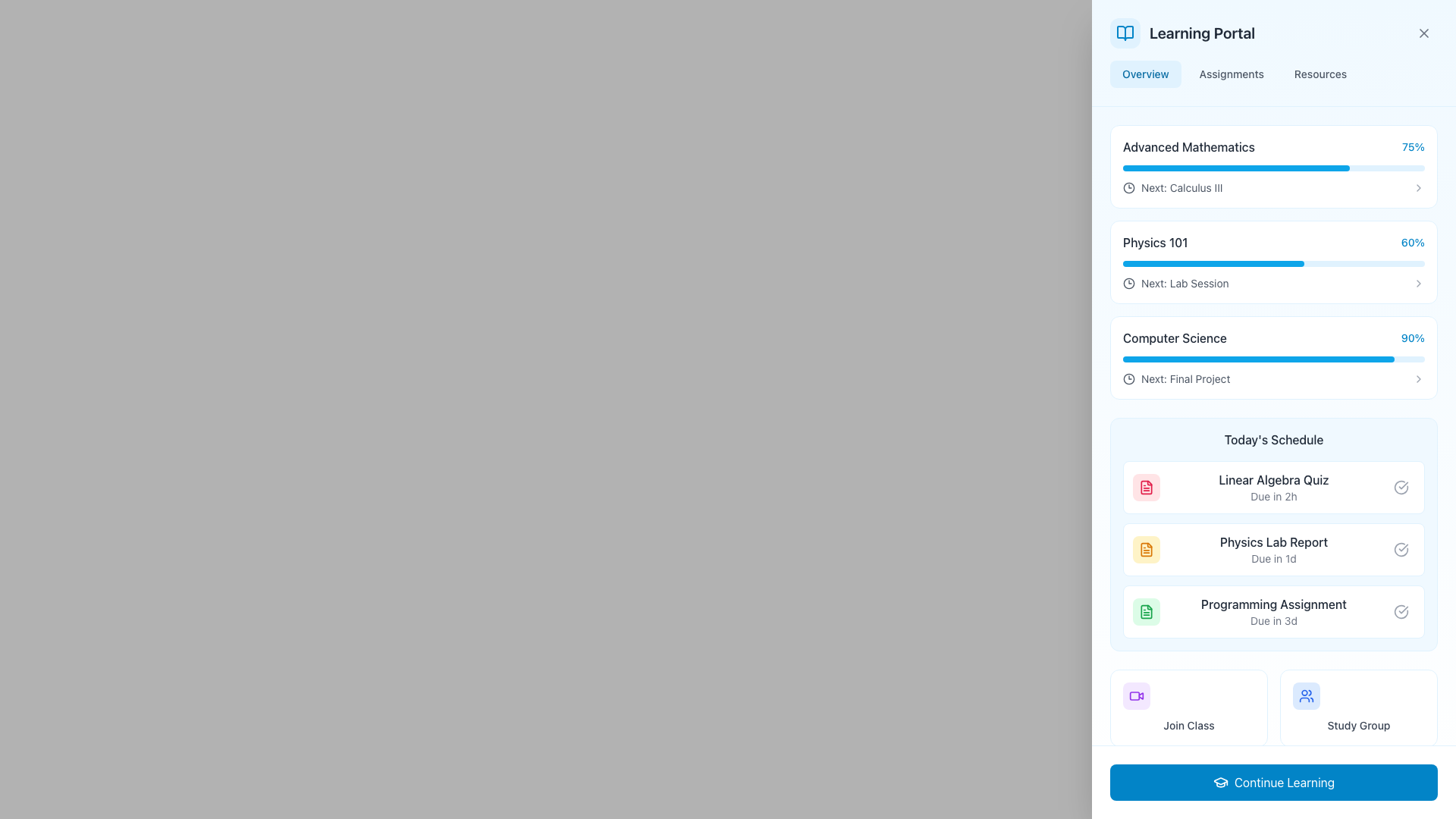  What do you see at coordinates (1401, 550) in the screenshot?
I see `the state indicated by the circular icon with a checkmark symbol located to the right of the 'Physics Lab Report' entry in the 'Today's Schedule' section` at bounding box center [1401, 550].